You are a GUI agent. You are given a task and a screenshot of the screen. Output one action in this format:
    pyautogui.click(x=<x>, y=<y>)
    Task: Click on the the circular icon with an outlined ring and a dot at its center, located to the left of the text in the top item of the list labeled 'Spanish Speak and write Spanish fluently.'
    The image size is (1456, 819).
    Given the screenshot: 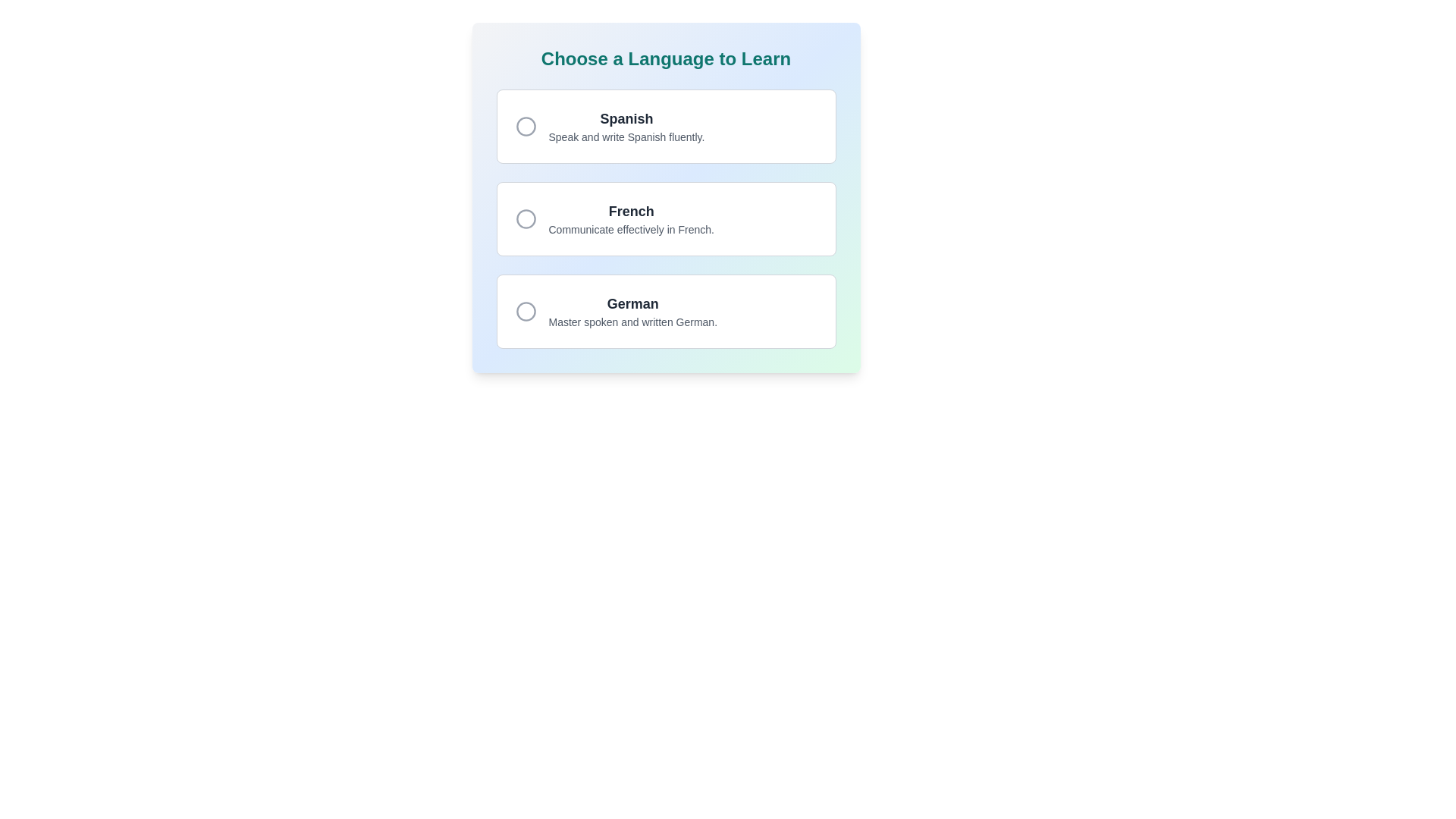 What is the action you would take?
    pyautogui.click(x=526, y=125)
    